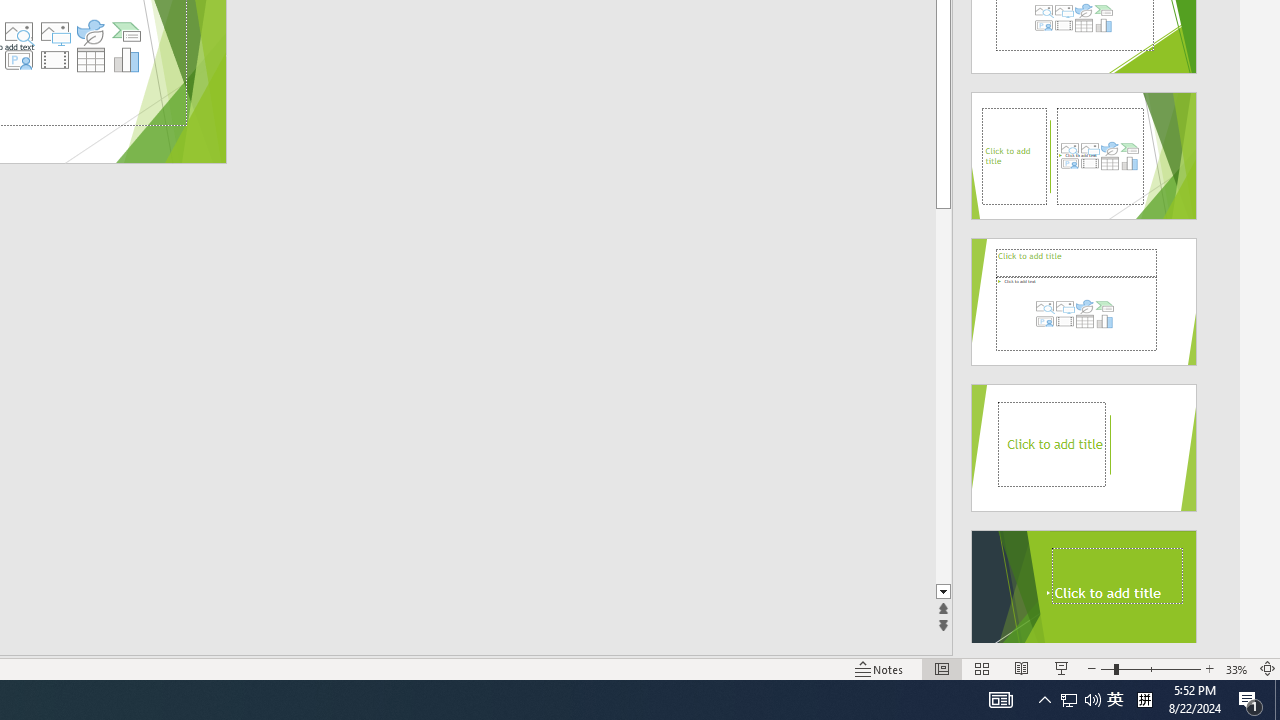 The width and height of the screenshot is (1280, 720). What do you see at coordinates (126, 32) in the screenshot?
I see `'Insert a SmartArt Graphic'` at bounding box center [126, 32].